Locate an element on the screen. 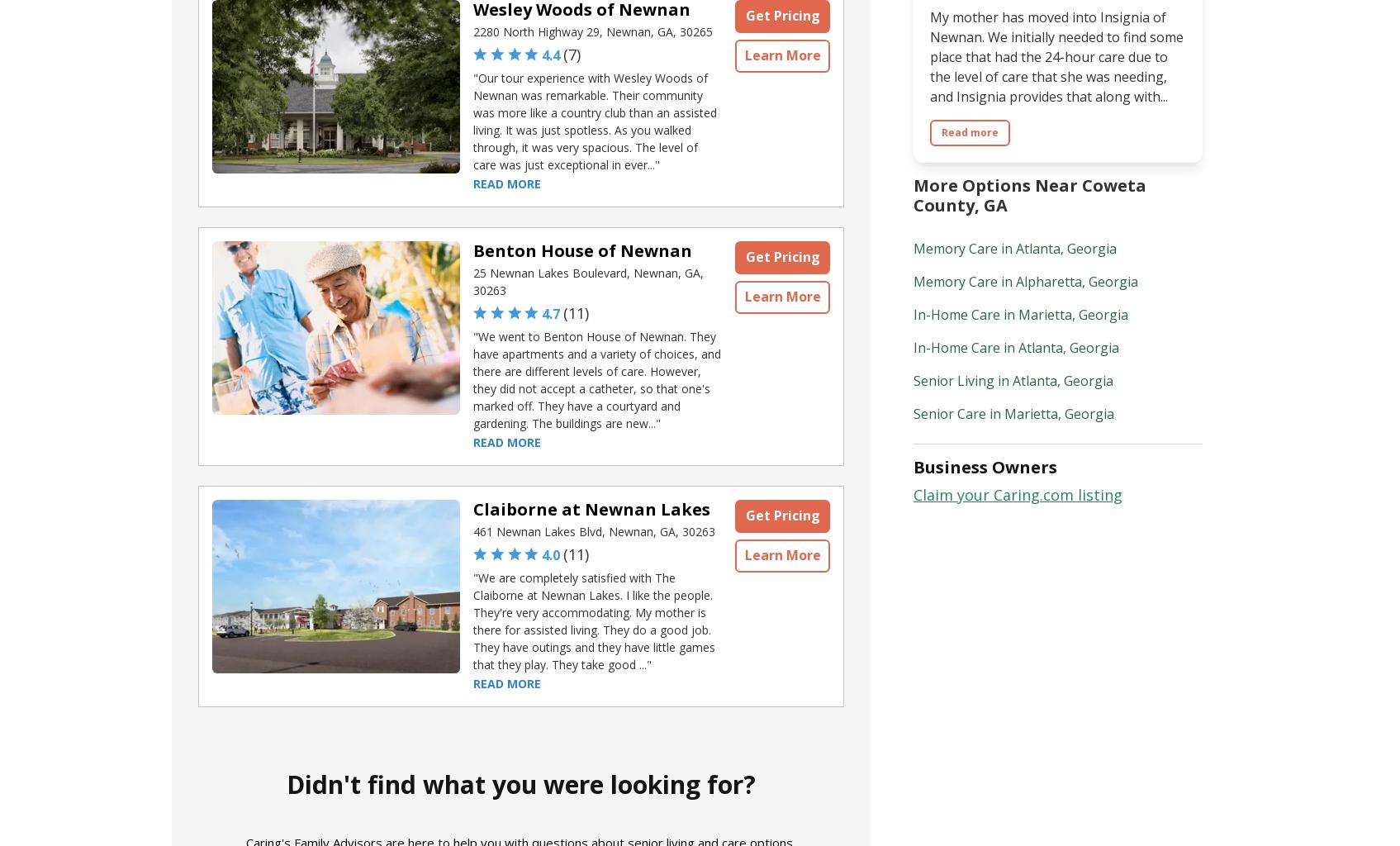  'Memory Care in Alpharetta, Georgia' is located at coordinates (1024, 279).